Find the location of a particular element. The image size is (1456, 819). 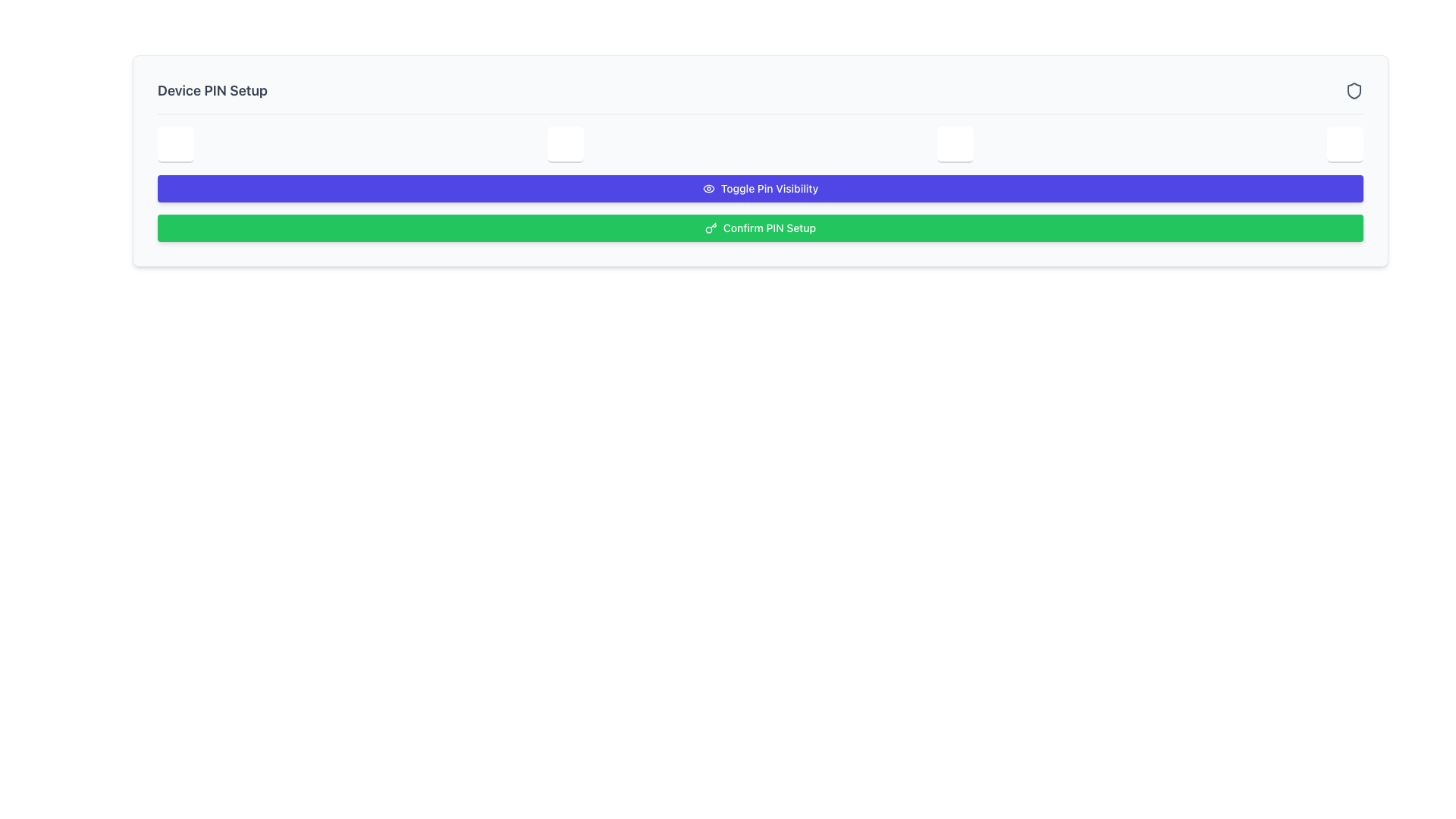

details about the security icon located on the left-hand side of the 'Confirm PIN Setup' button is located at coordinates (710, 227).